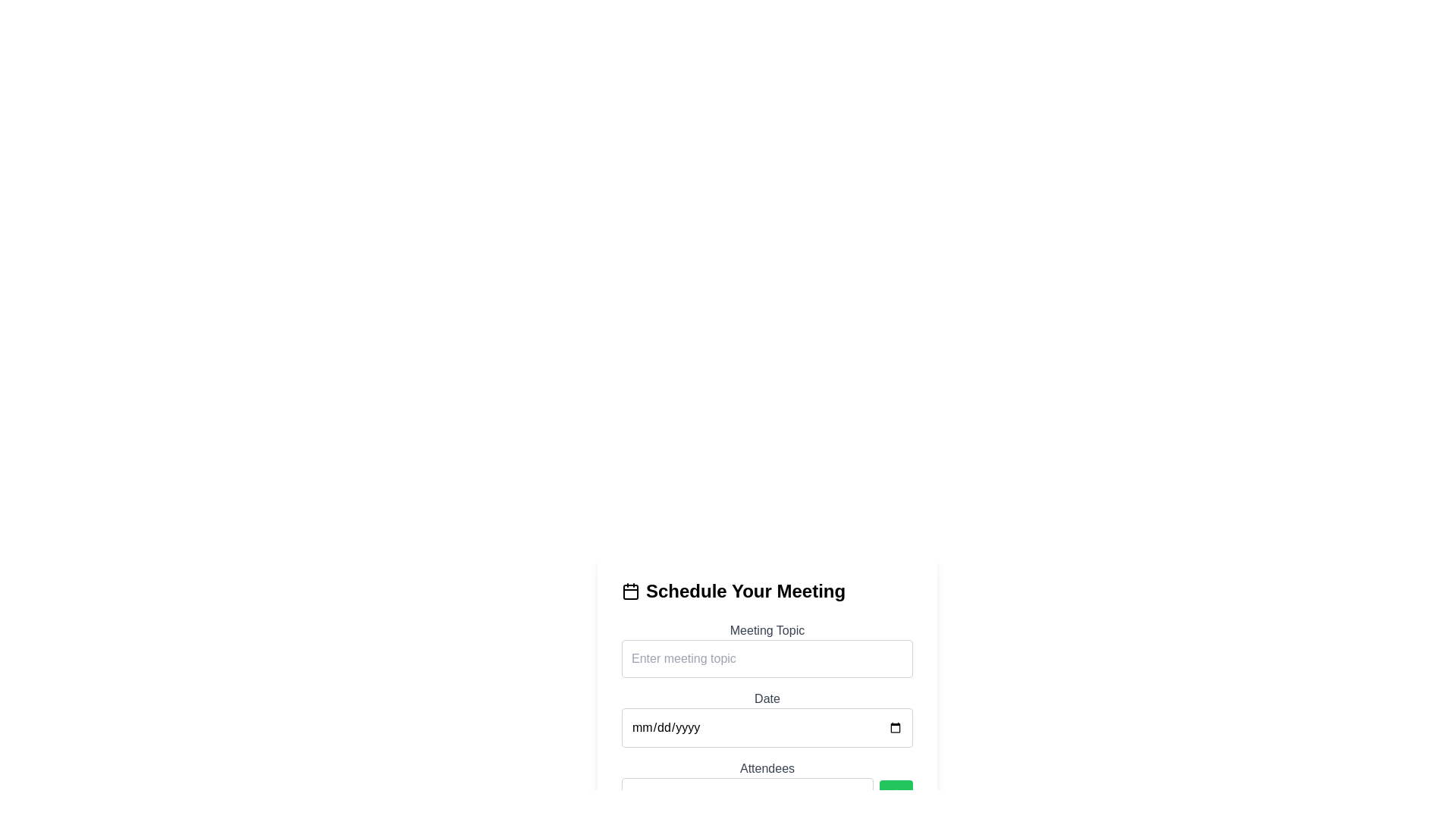 This screenshot has width=1456, height=819. I want to click on the input field labeled 'Meeting Topic' which has a placeholder 'Enter meeting topic', so click(767, 648).